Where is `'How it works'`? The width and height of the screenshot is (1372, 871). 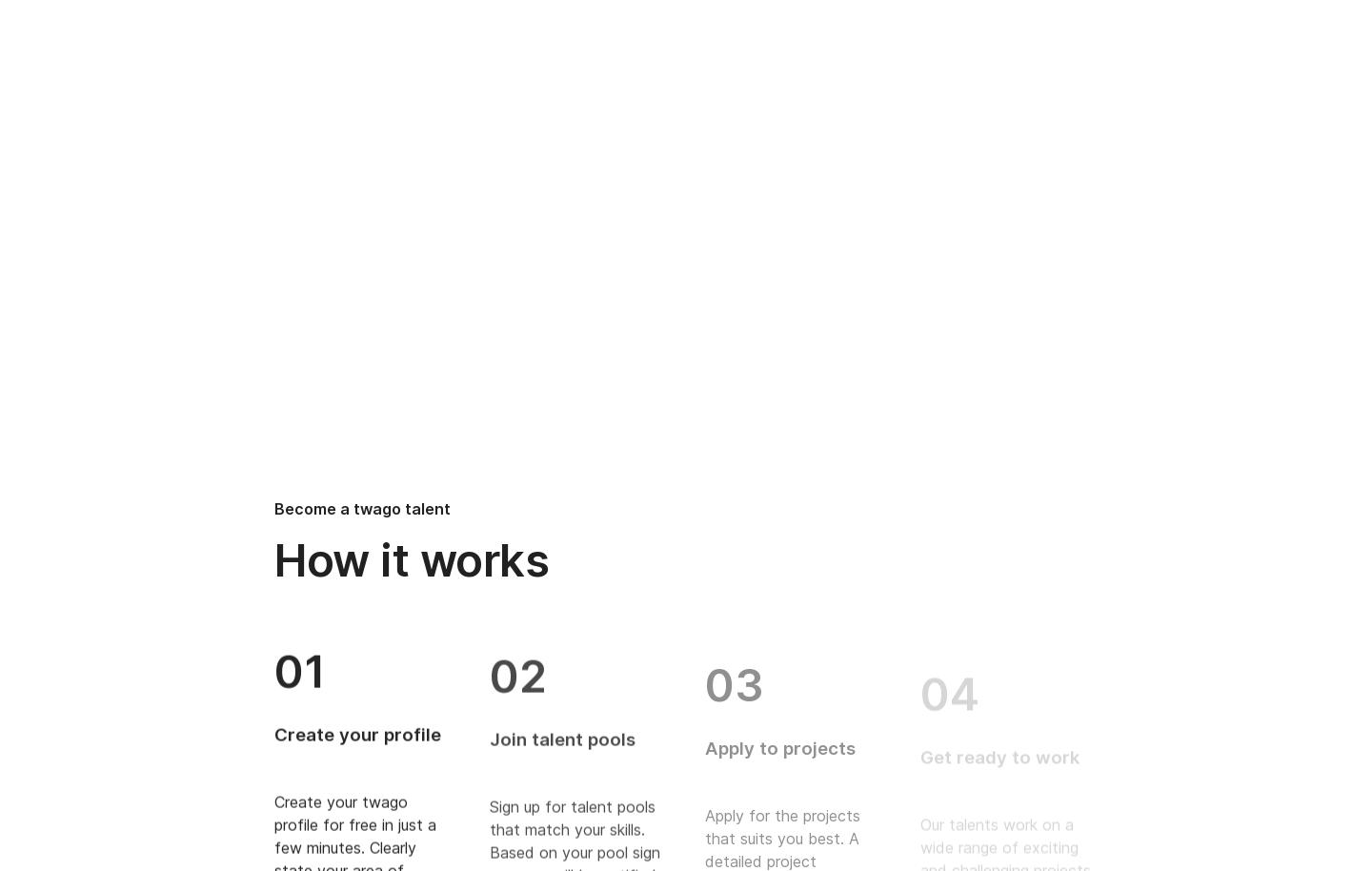
'How it works' is located at coordinates (412, 559).